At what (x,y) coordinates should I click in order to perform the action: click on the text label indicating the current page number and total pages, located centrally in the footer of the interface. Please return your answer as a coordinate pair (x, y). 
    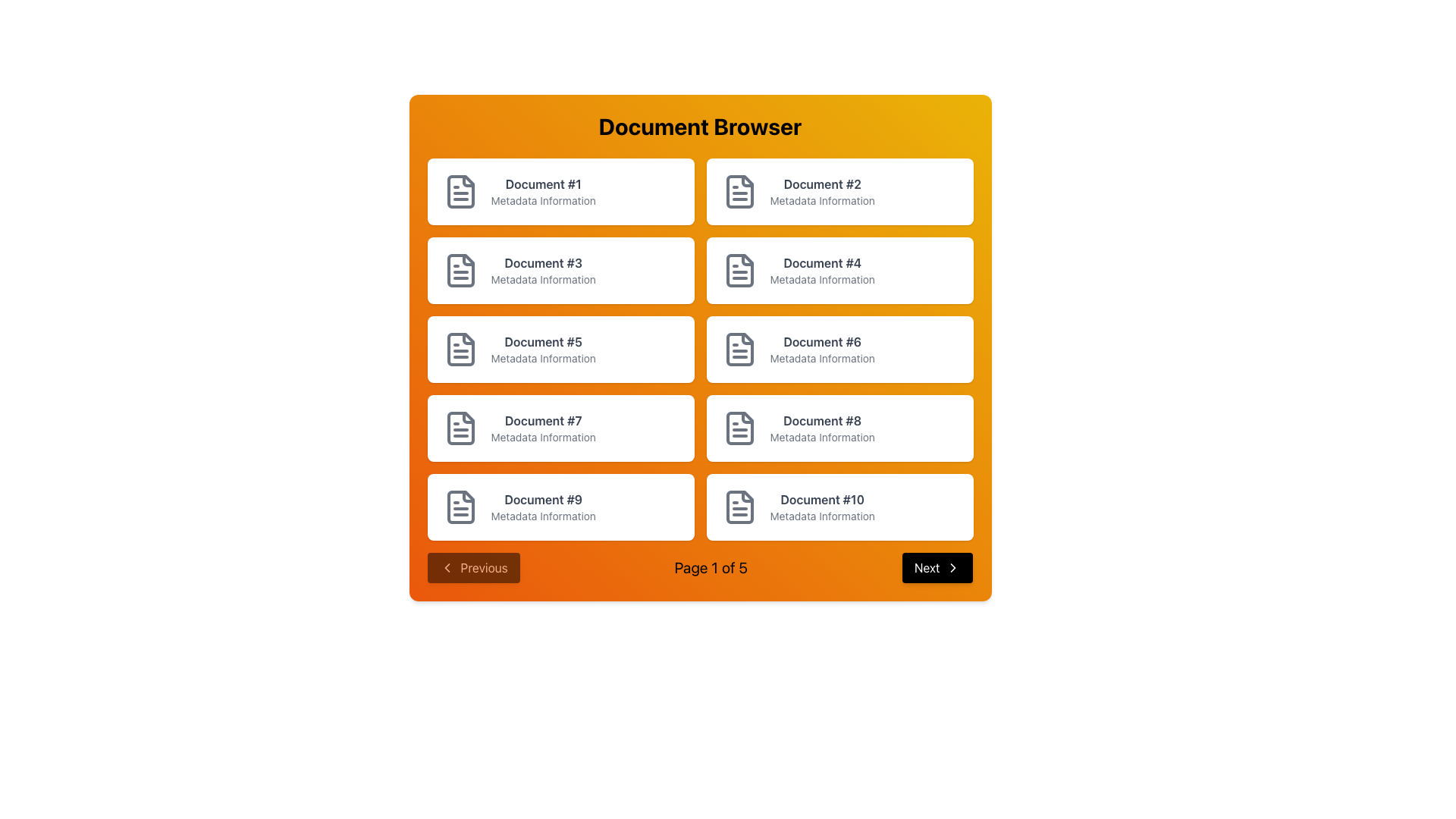
    Looking at the image, I should click on (710, 567).